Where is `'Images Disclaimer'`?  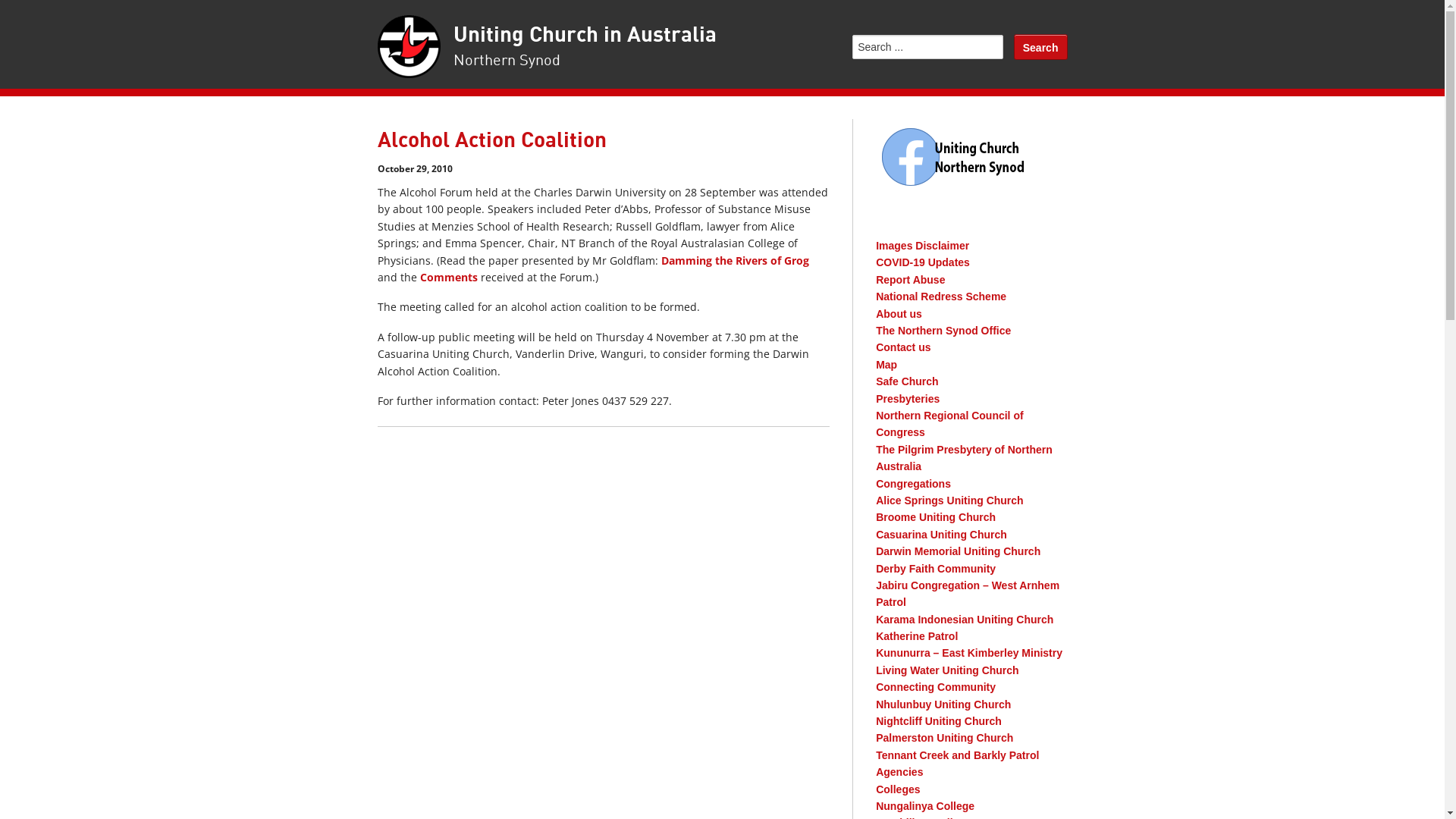
'Images Disclaimer' is located at coordinates (921, 245).